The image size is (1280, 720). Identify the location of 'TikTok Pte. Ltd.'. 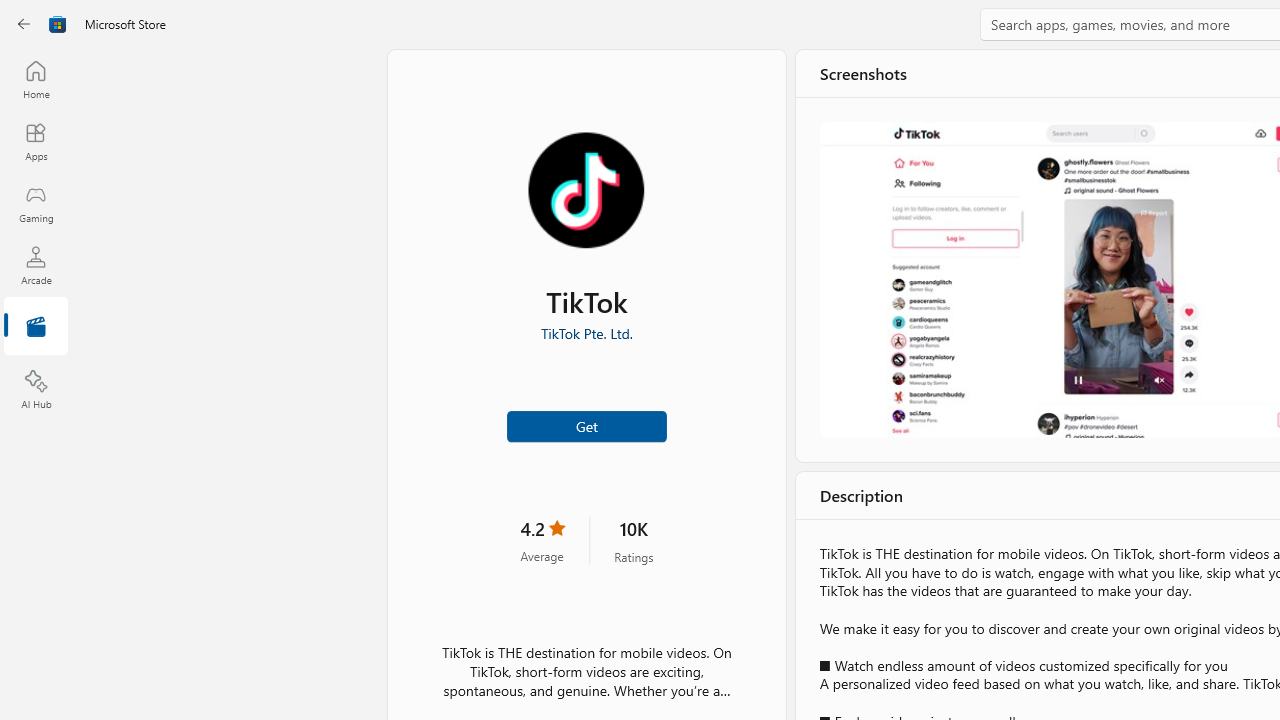
(585, 332).